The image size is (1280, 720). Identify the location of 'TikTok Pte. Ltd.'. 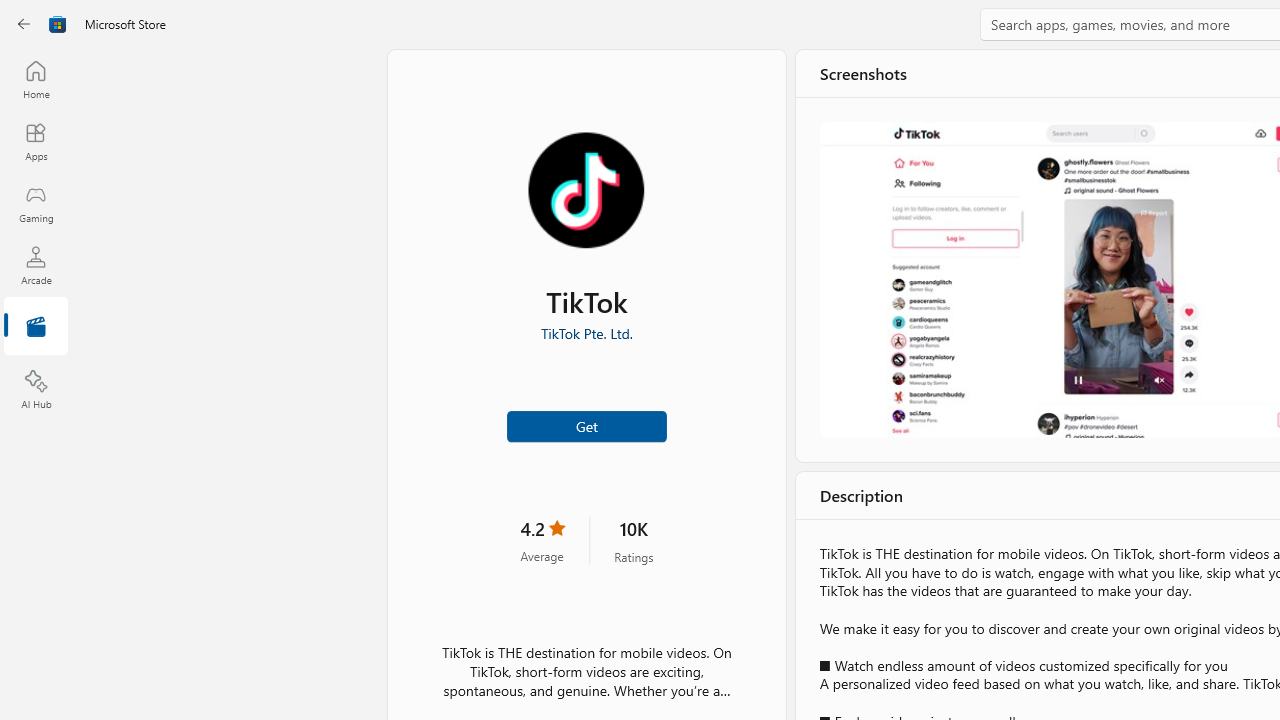
(585, 332).